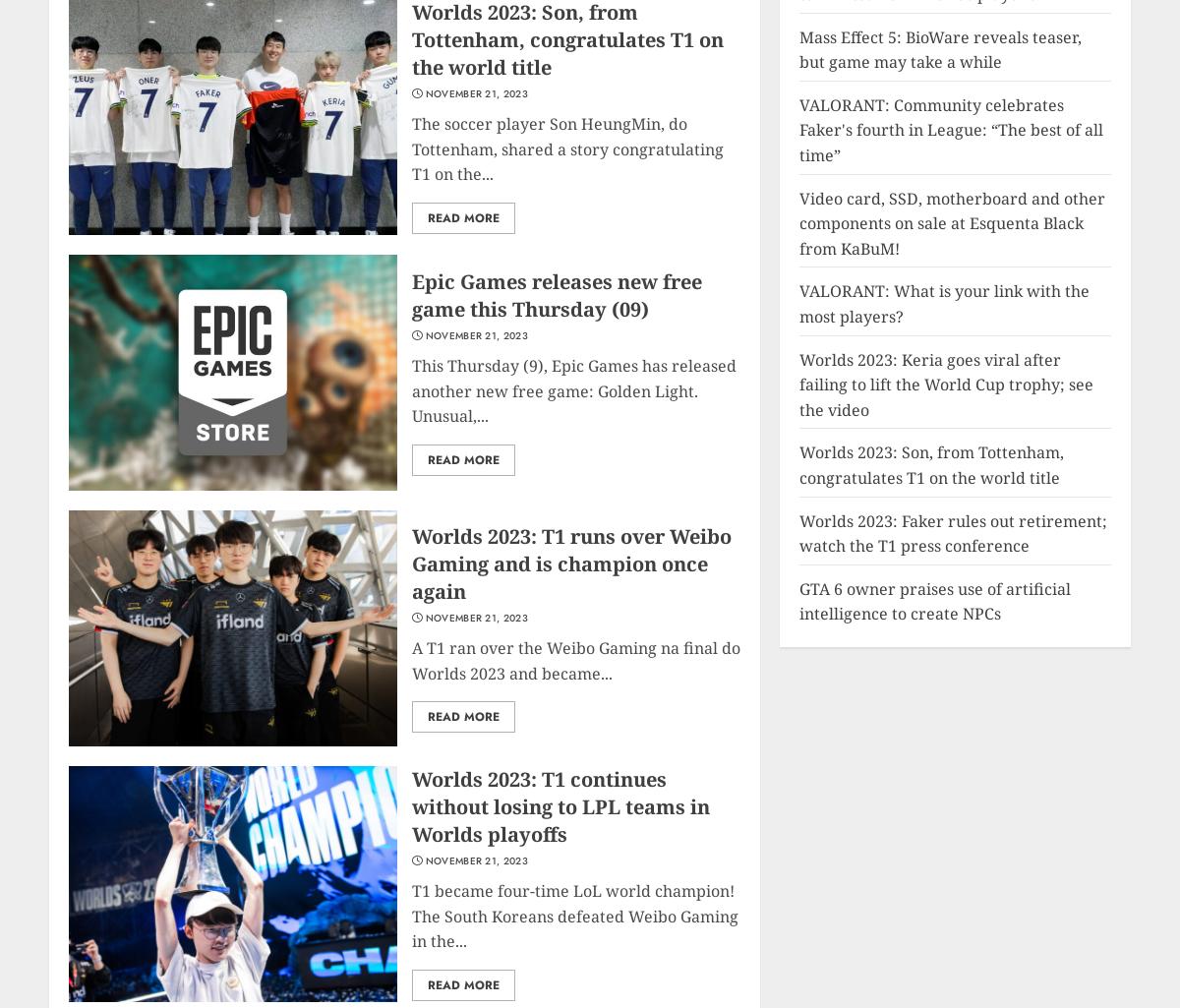 This screenshot has width=1180, height=1008. I want to click on 'VALORANT: Community celebrates Faker's fourth in League: “The best of all time”', so click(951, 130).